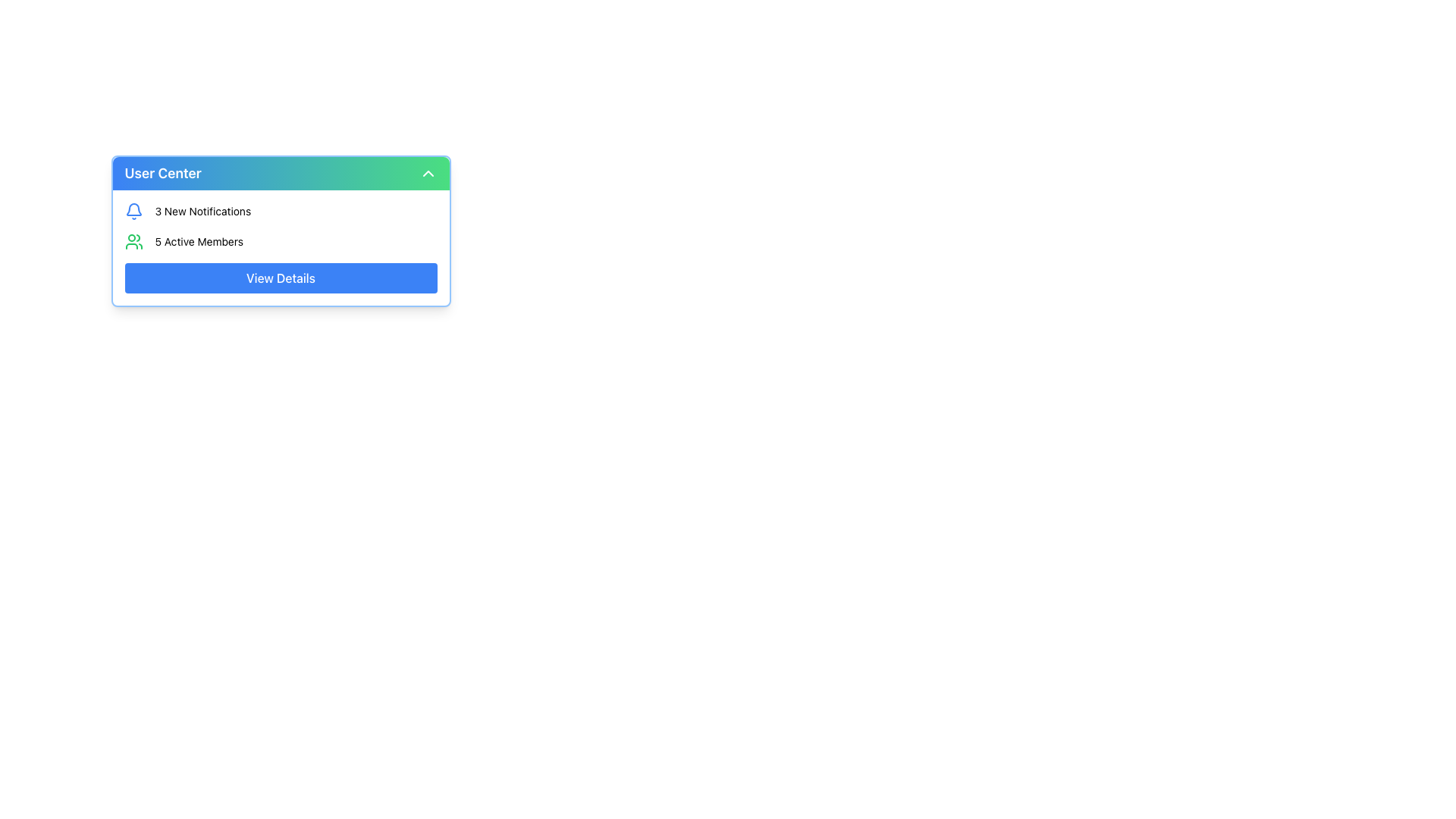 The height and width of the screenshot is (819, 1456). I want to click on the 'Active Members' icon located to the left of the text '5 Active Members' in the interface, so click(133, 241).